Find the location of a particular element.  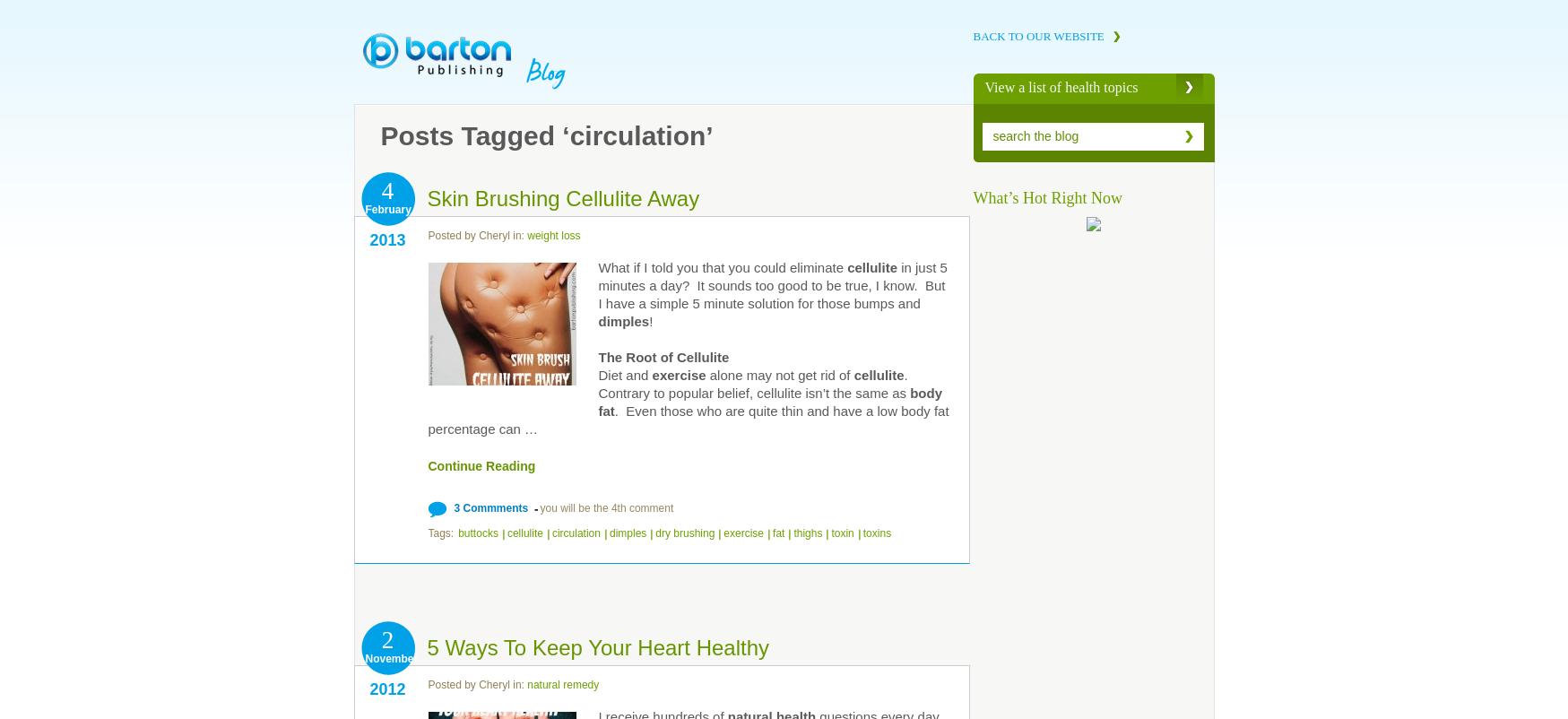

'.  Even those who are quite thin and have a low body fat percentage can …' is located at coordinates (688, 419).